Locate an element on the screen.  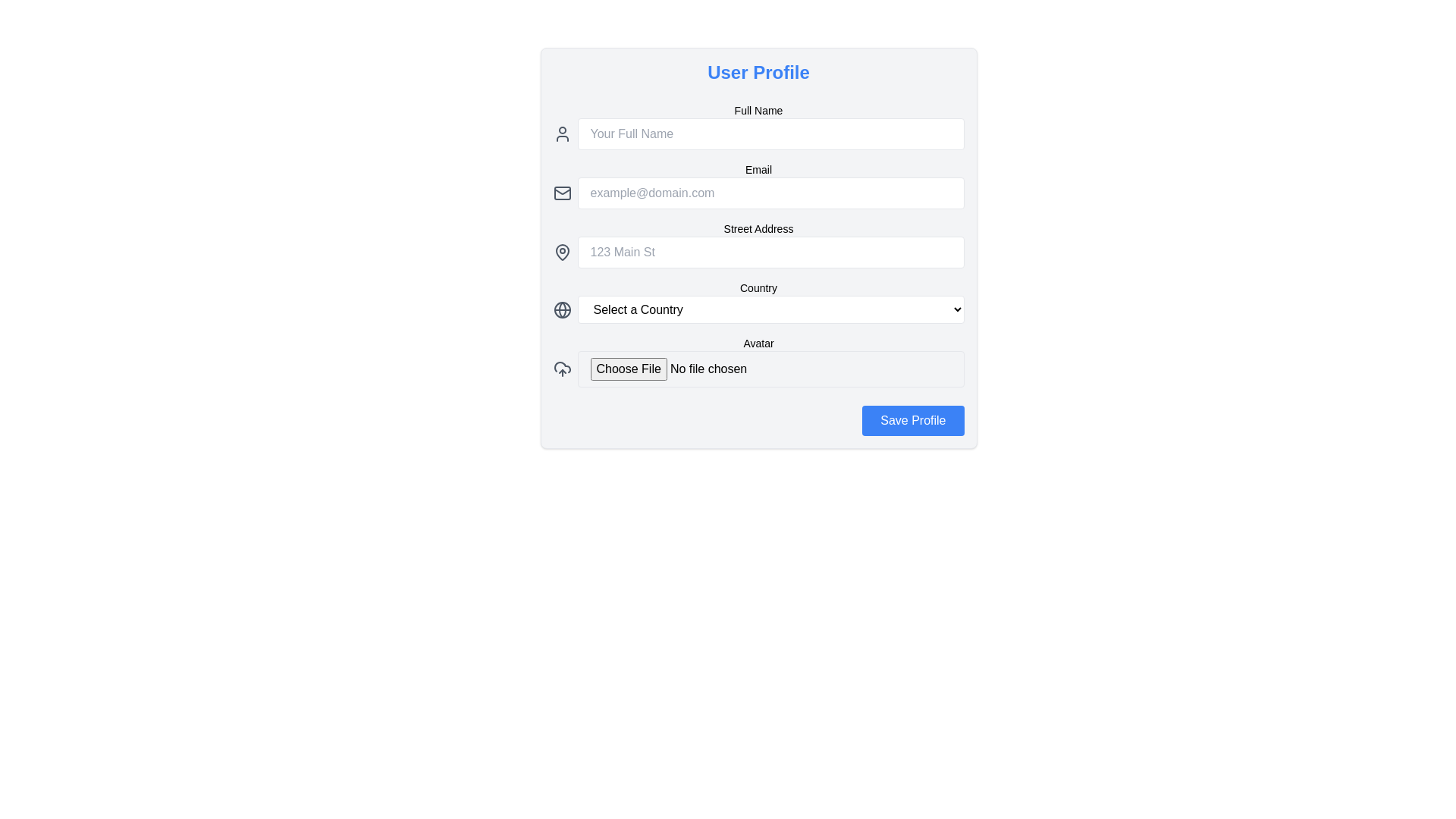
the 'Save' button is located at coordinates (912, 421).